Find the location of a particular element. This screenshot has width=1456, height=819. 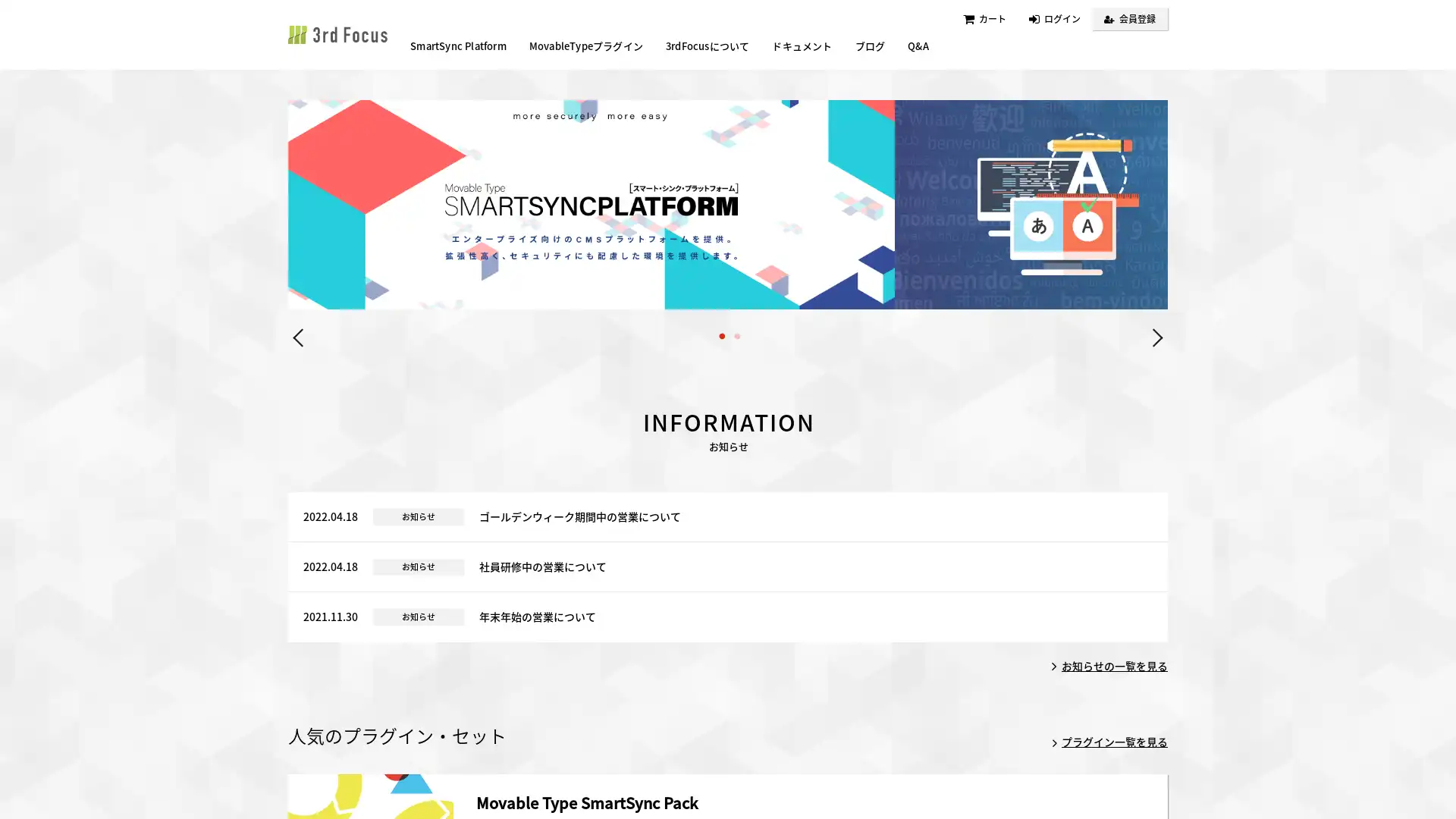

2 is located at coordinates (737, 429).